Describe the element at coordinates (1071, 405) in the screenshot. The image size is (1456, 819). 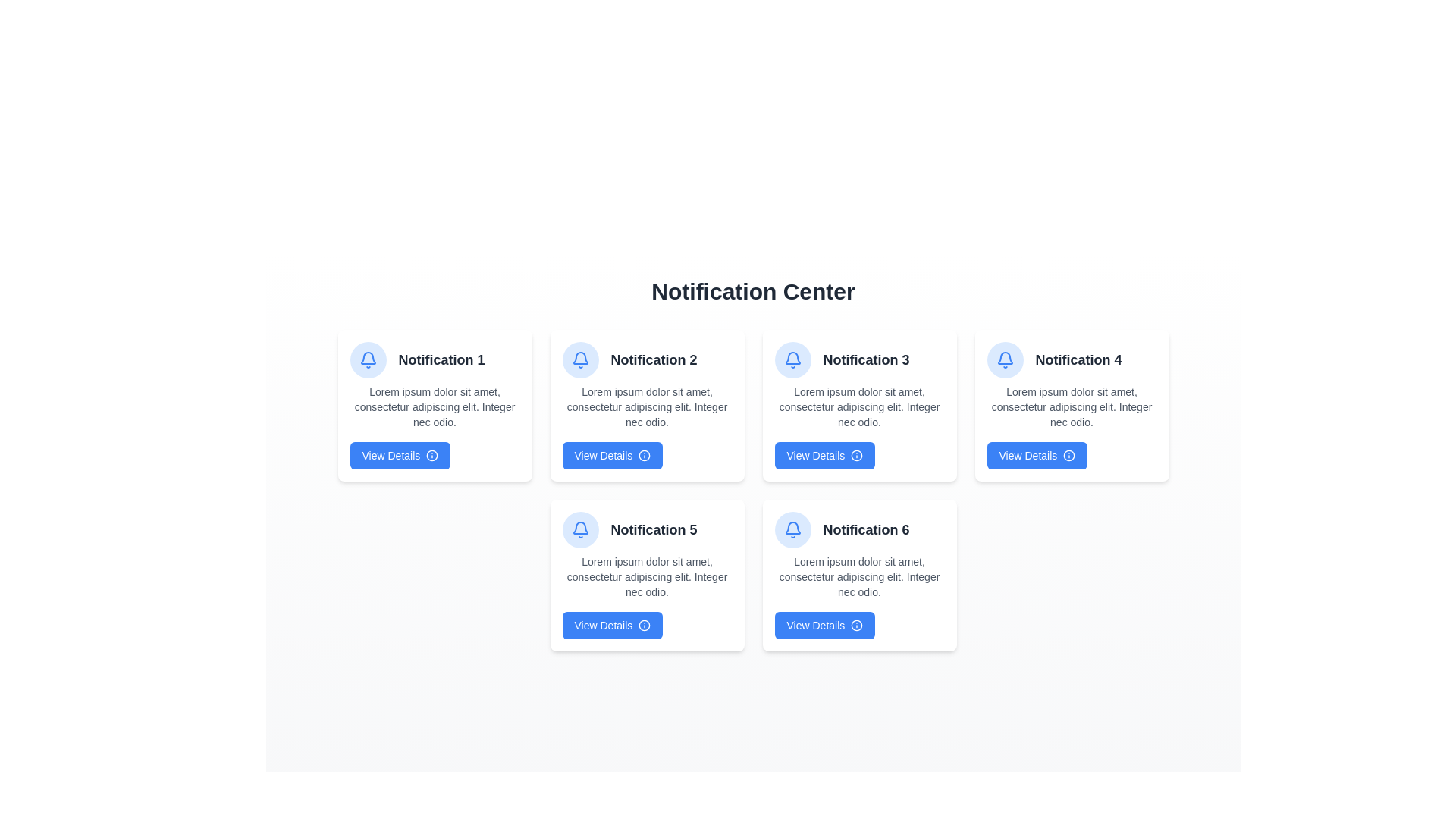
I see `the fourth notification card located in the second row and last column of the layout grid` at that location.